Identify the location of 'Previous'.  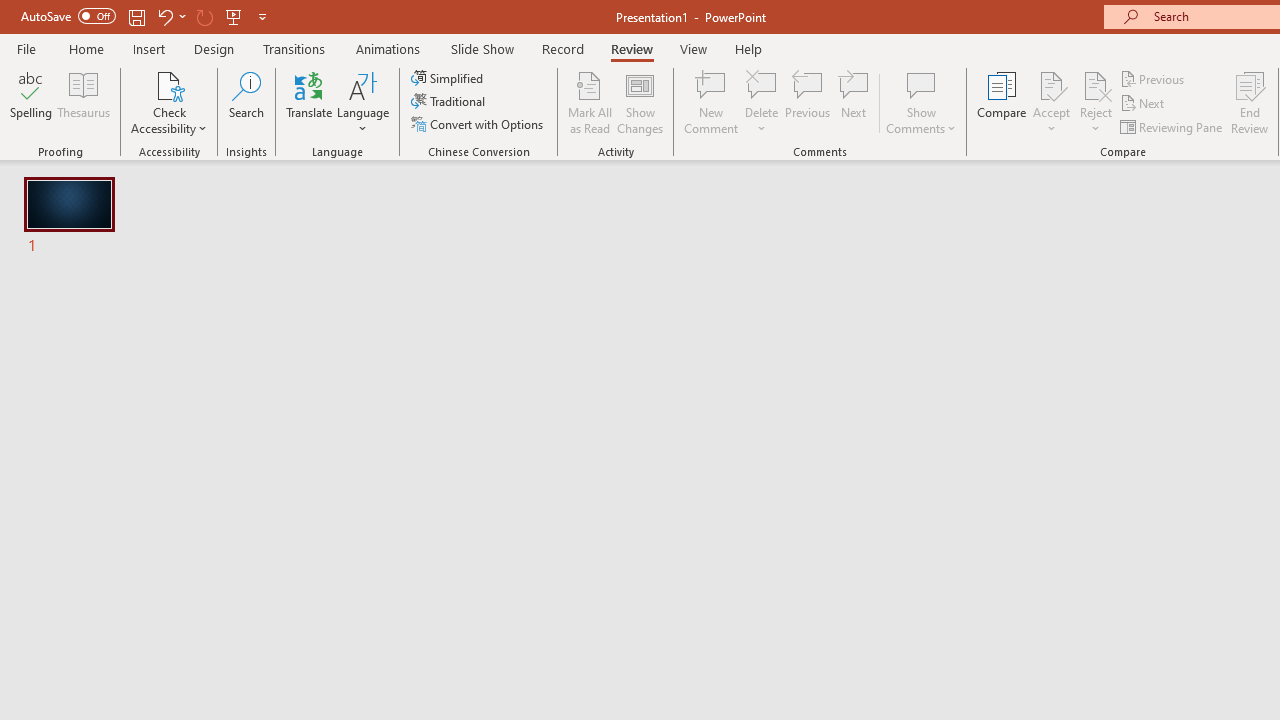
(1153, 78).